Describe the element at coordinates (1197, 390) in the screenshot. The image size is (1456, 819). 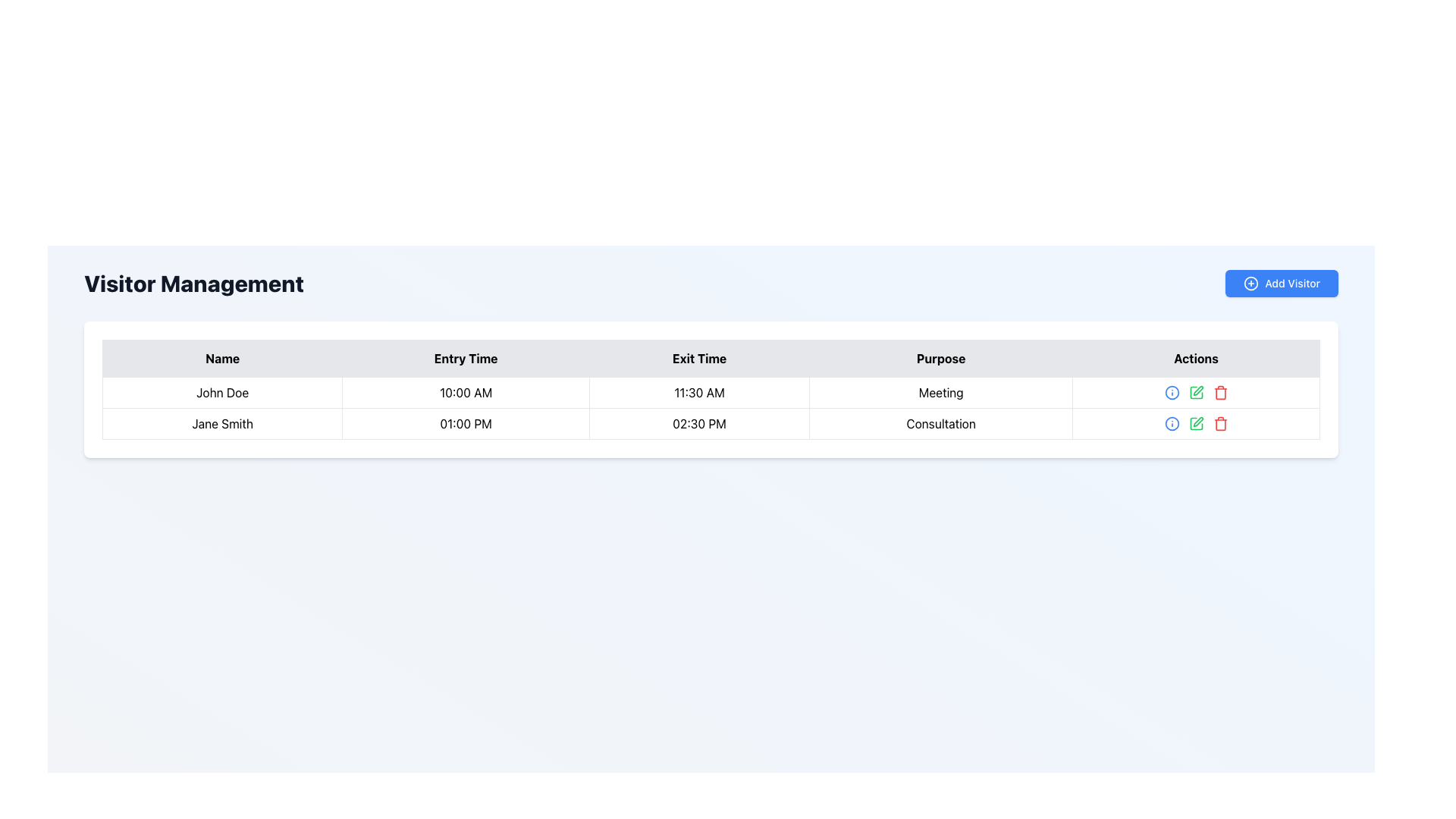
I see `the pen-like icon located in the 'Actions' column of the second row of the table to initiate editing` at that location.